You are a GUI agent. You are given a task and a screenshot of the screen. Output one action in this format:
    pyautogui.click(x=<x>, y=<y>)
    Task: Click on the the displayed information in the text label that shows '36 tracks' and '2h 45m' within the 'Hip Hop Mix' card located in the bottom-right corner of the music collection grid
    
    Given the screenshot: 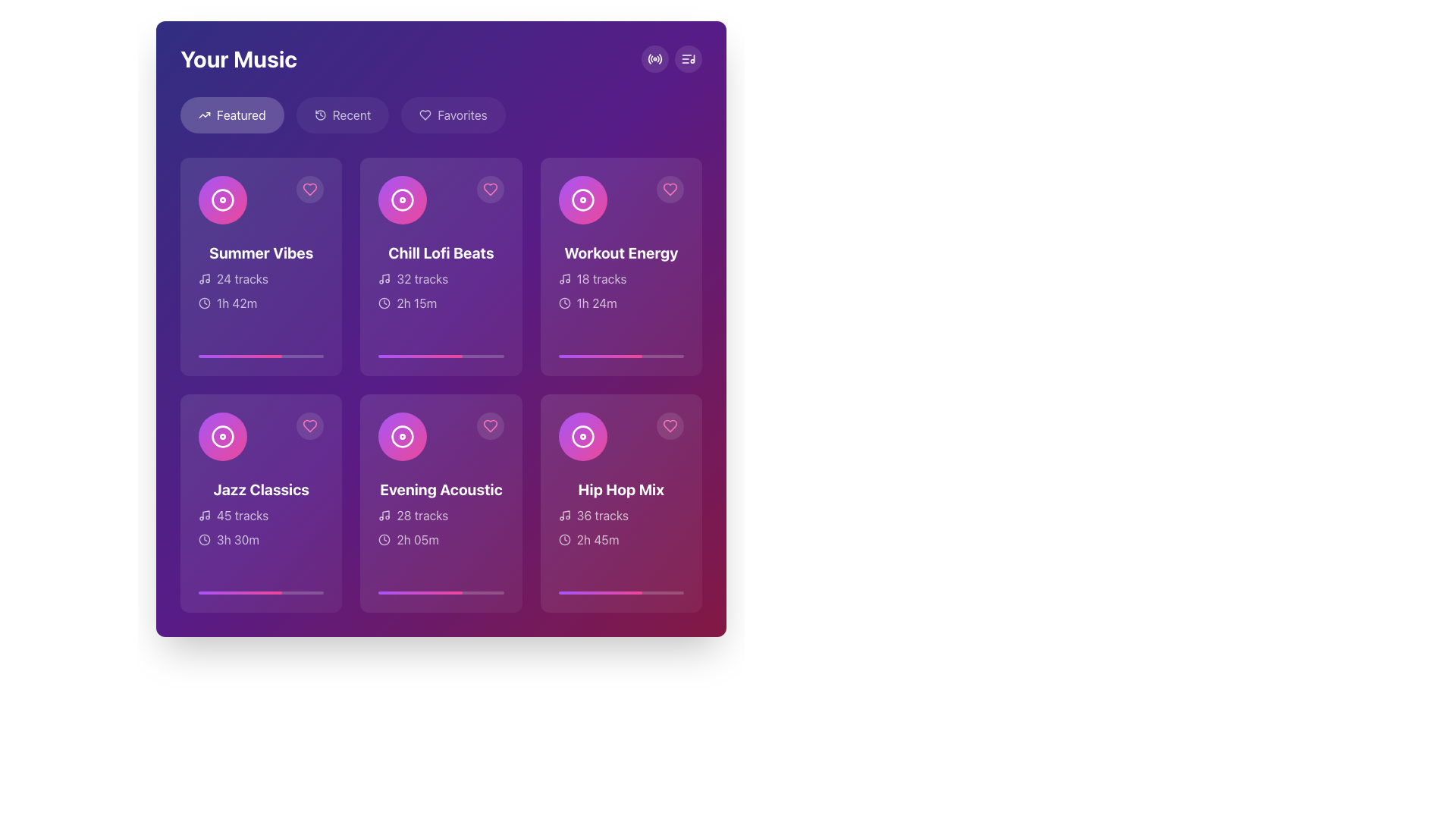 What is the action you would take?
    pyautogui.click(x=621, y=526)
    